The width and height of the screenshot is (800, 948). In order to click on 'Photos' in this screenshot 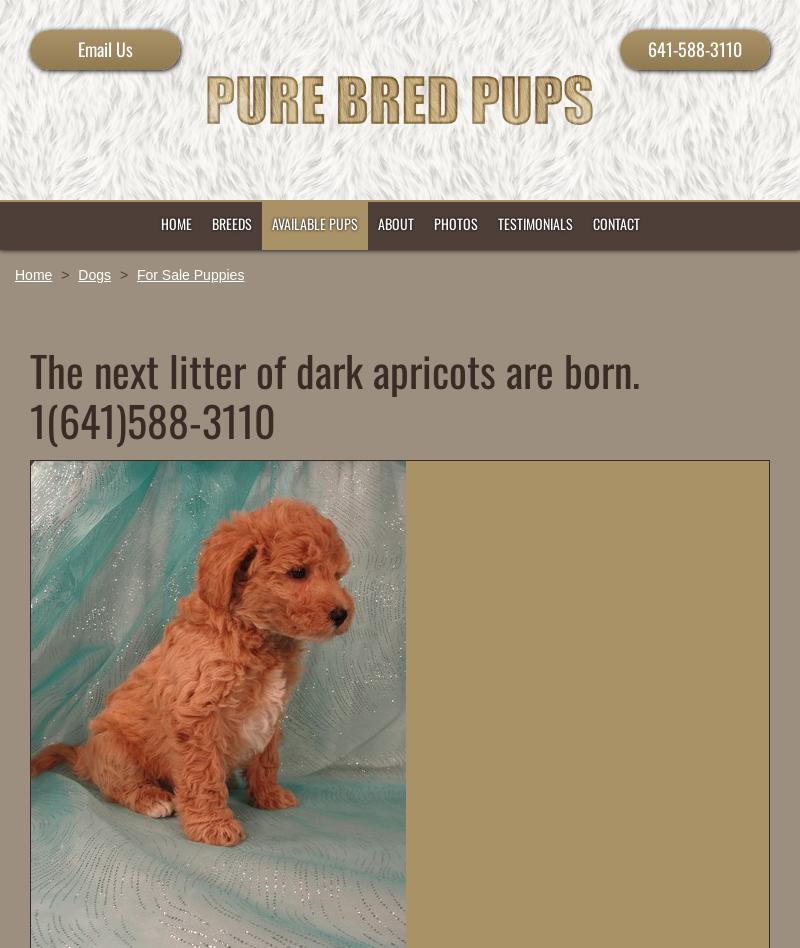, I will do `click(453, 222)`.